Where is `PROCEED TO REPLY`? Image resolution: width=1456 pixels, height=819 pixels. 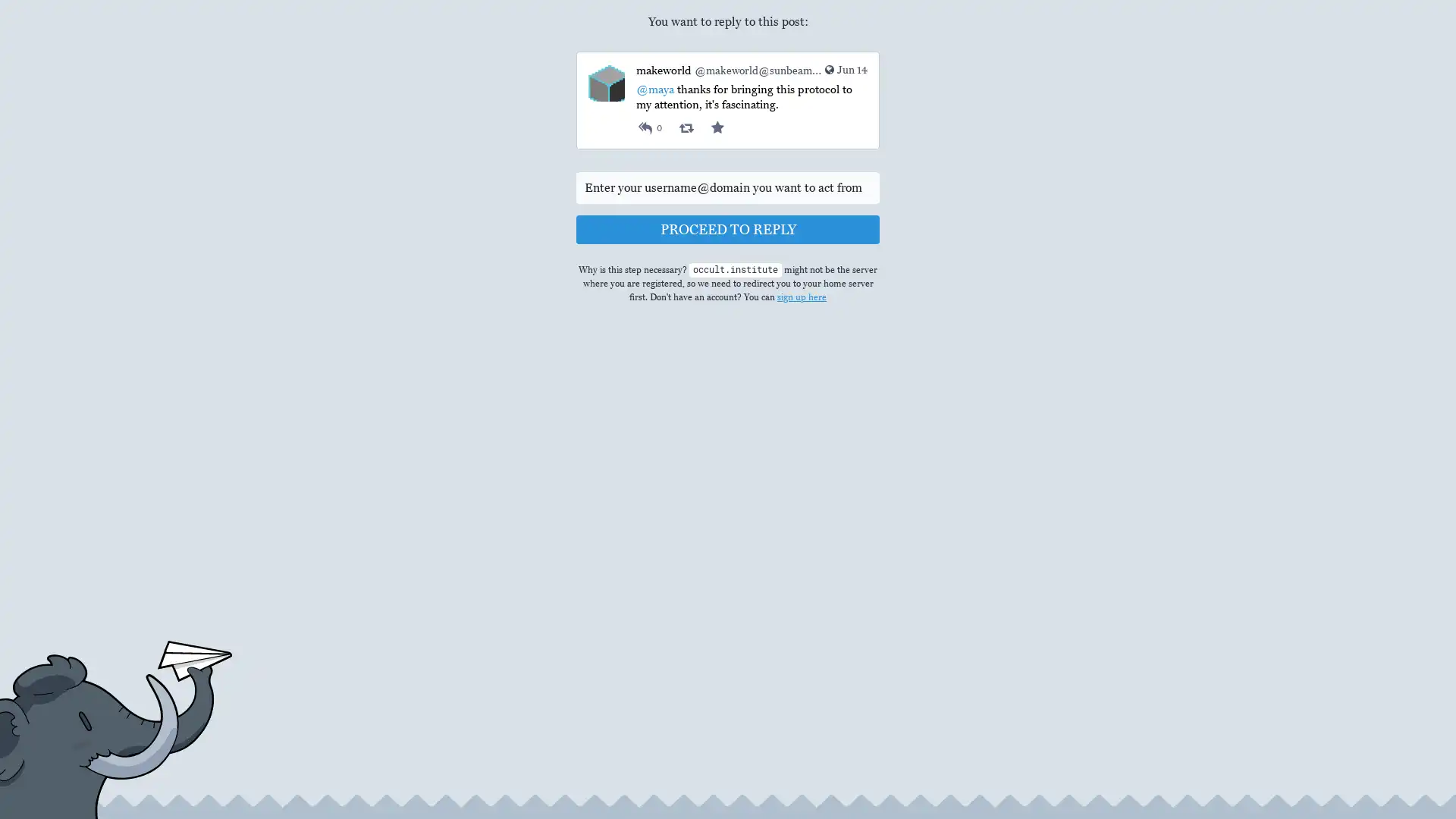 PROCEED TO REPLY is located at coordinates (728, 230).